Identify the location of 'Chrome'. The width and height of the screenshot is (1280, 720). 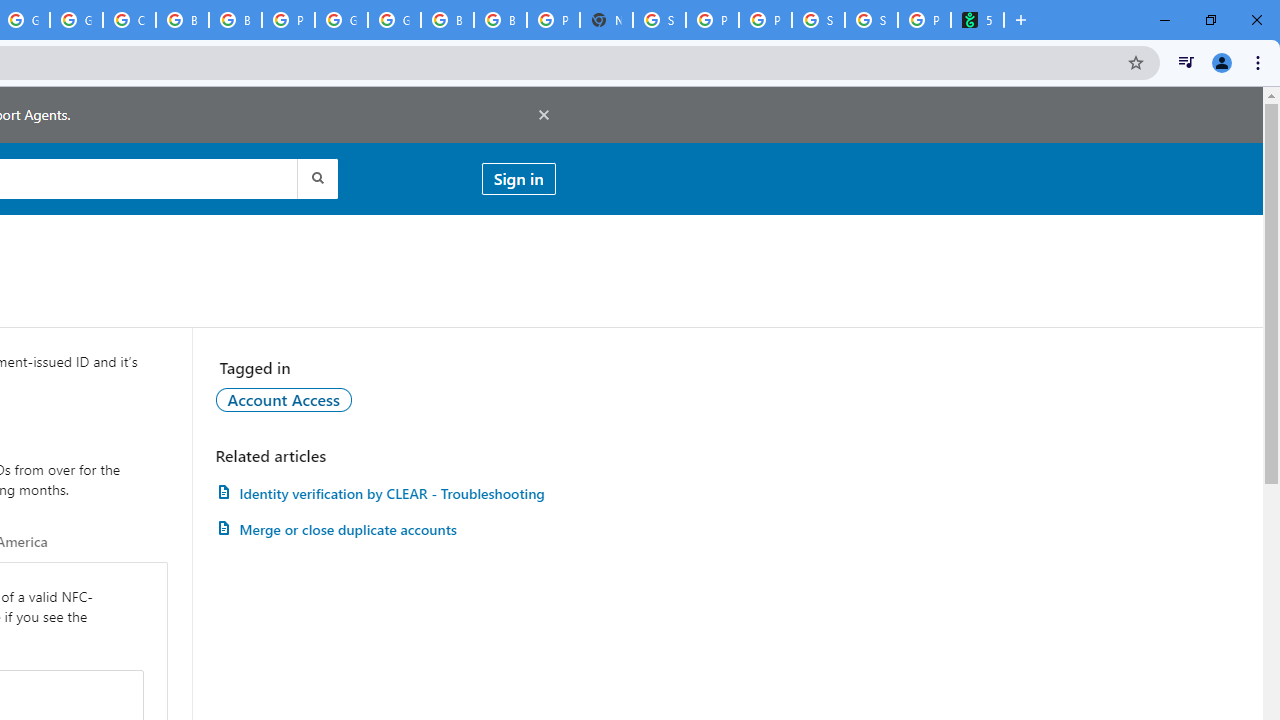
(1259, 61).